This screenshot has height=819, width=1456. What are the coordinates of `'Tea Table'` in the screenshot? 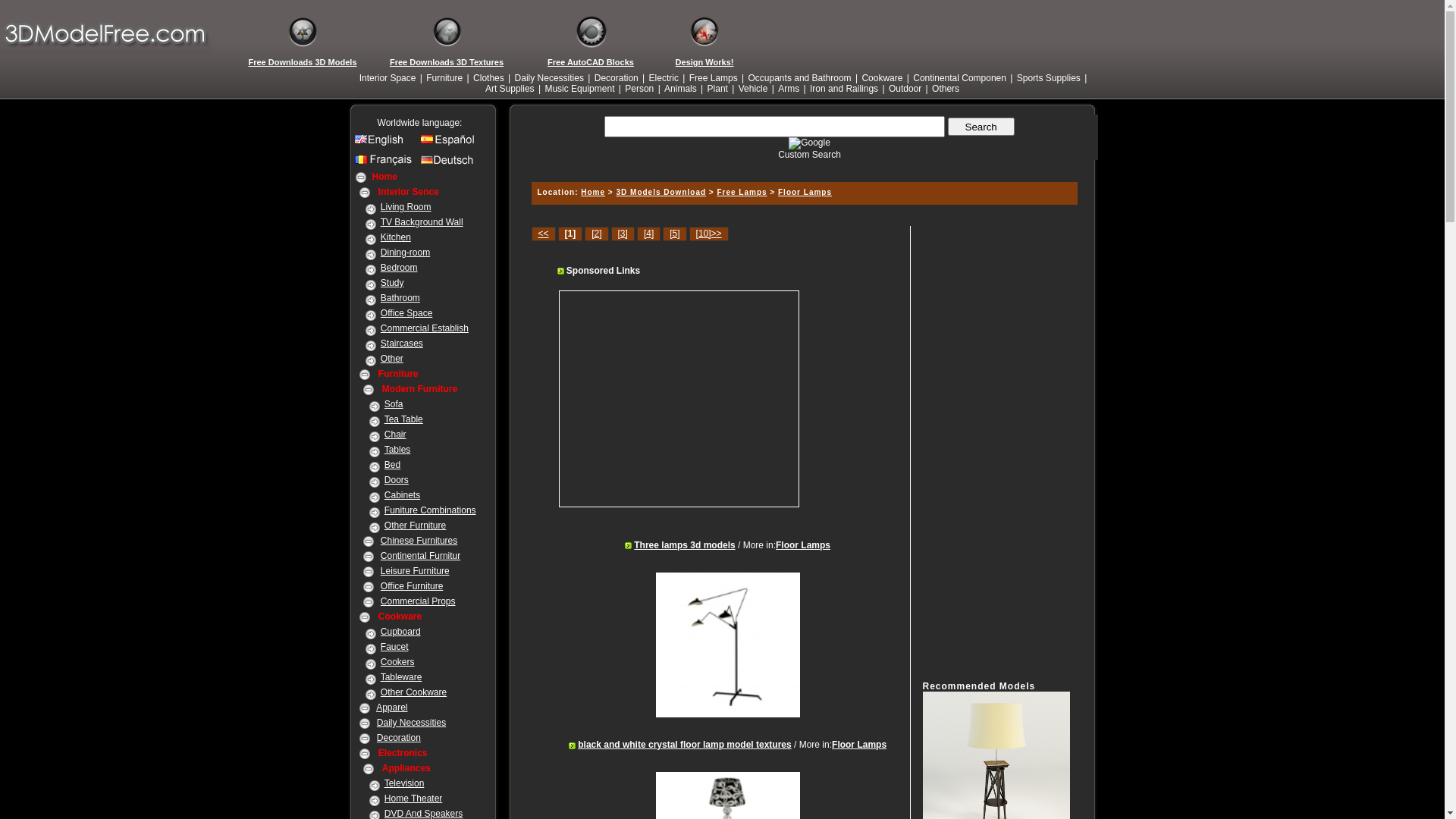 It's located at (403, 419).